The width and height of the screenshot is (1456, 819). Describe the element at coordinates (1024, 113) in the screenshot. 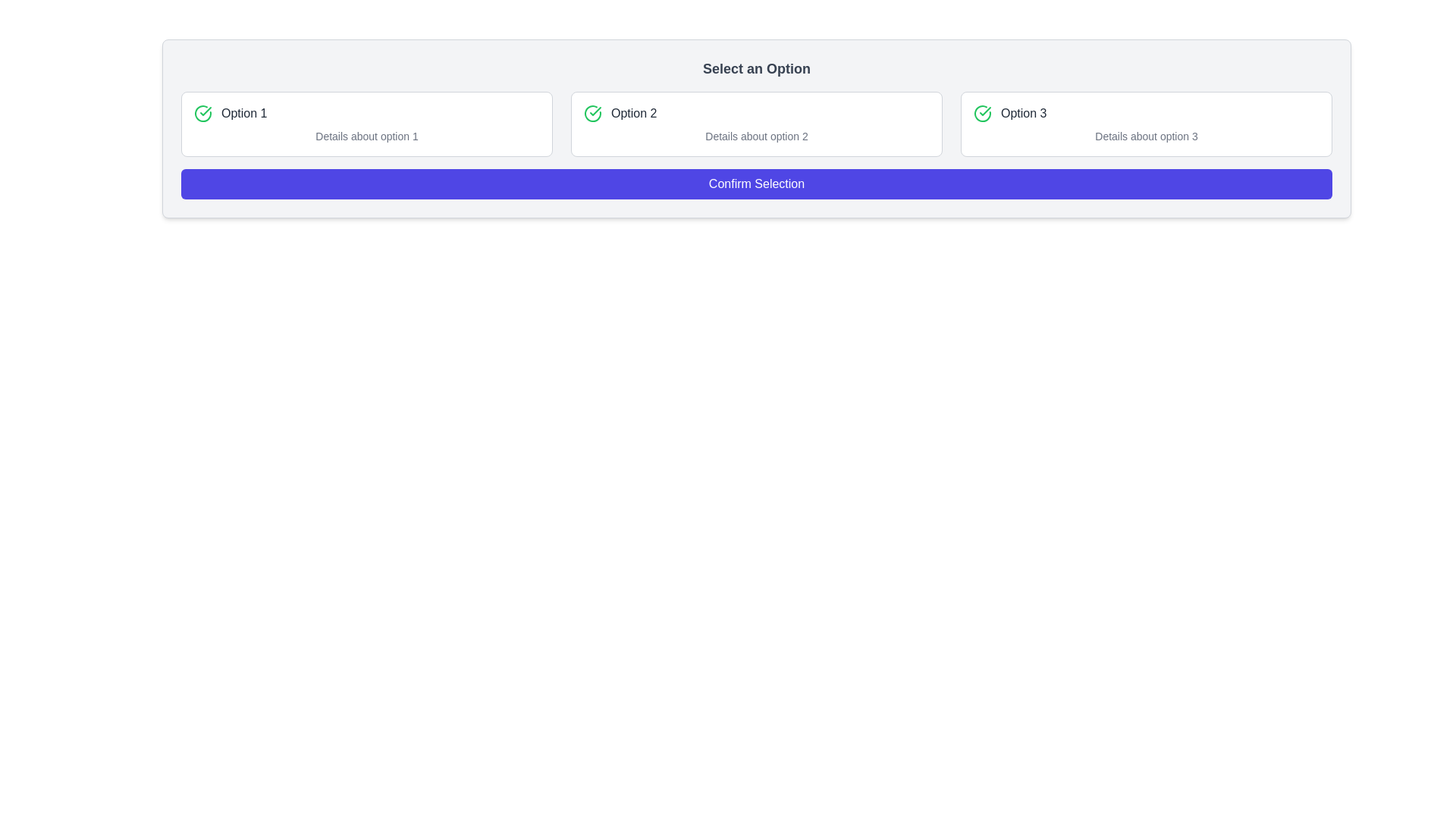

I see `the text label for the third option labeled 'Option 3' in the multi-choice selector, positioned in a horizontal row near the top center of the display area` at that location.